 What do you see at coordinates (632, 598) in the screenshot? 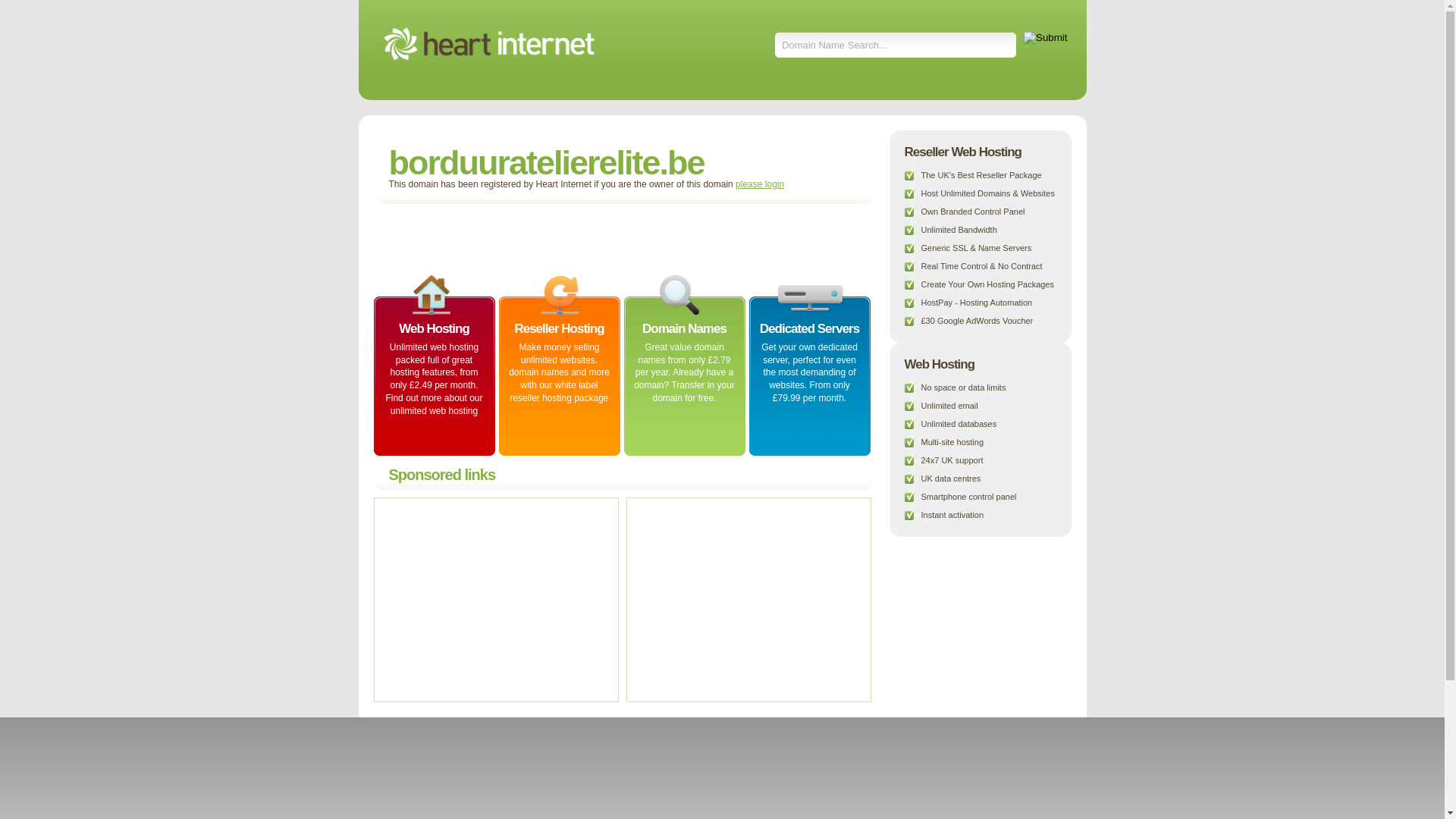
I see `'Advertisement'` at bounding box center [632, 598].